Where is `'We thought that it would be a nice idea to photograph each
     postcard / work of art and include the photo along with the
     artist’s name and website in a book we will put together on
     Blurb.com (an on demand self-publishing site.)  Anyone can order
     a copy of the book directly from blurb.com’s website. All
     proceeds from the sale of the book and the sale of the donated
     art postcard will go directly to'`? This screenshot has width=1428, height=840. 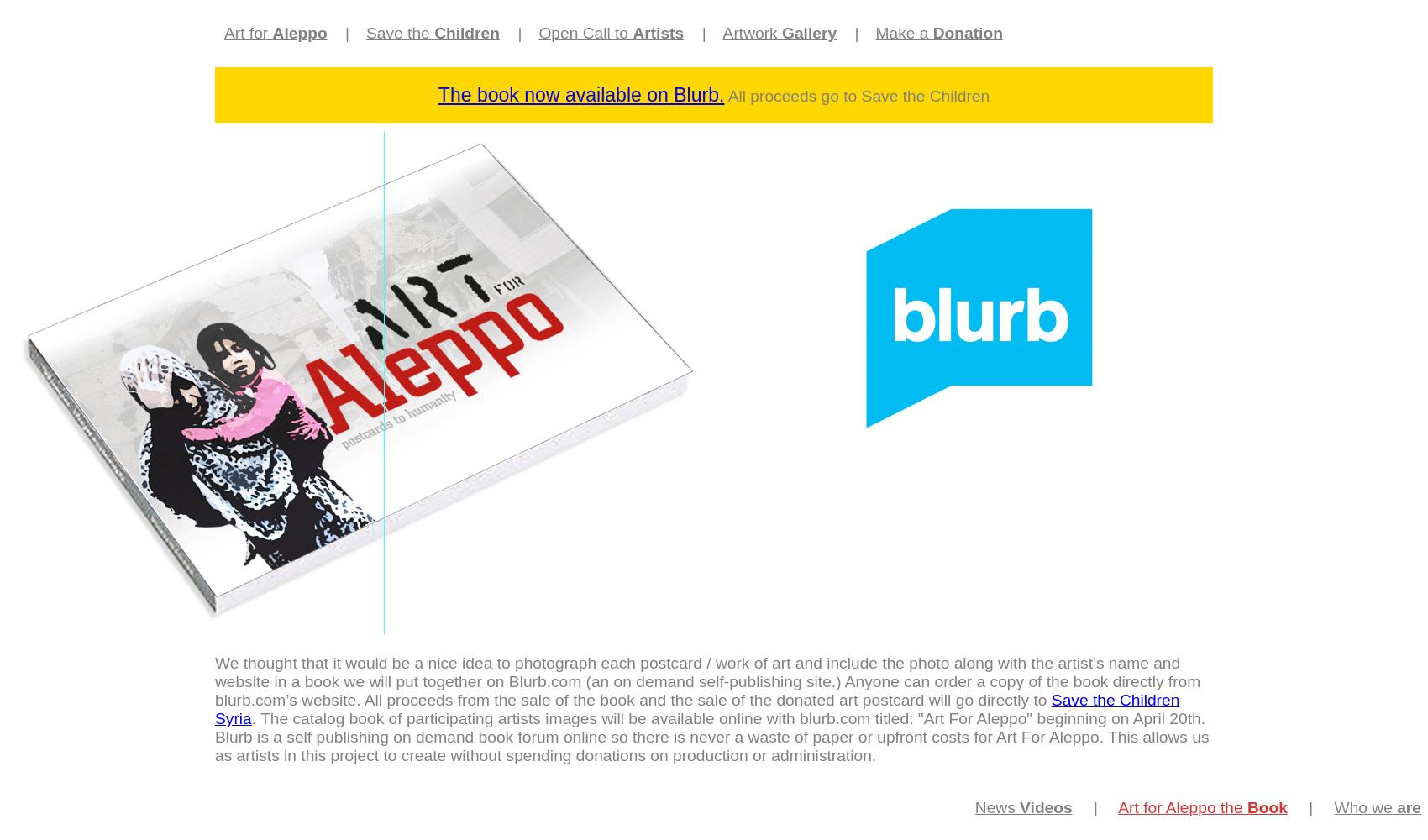
'We thought that it would be a nice idea to photograph each
     postcard / work of art and include the photo along with the
     artist’s name and website in a book we will put together on
     Blurb.com (an on demand self-publishing site.)  Anyone can order
     a copy of the book directly from blurb.com’s website. All
     proceeds from the sale of the book and the sale of the donated
     art postcard will go directly to' is located at coordinates (706, 681).